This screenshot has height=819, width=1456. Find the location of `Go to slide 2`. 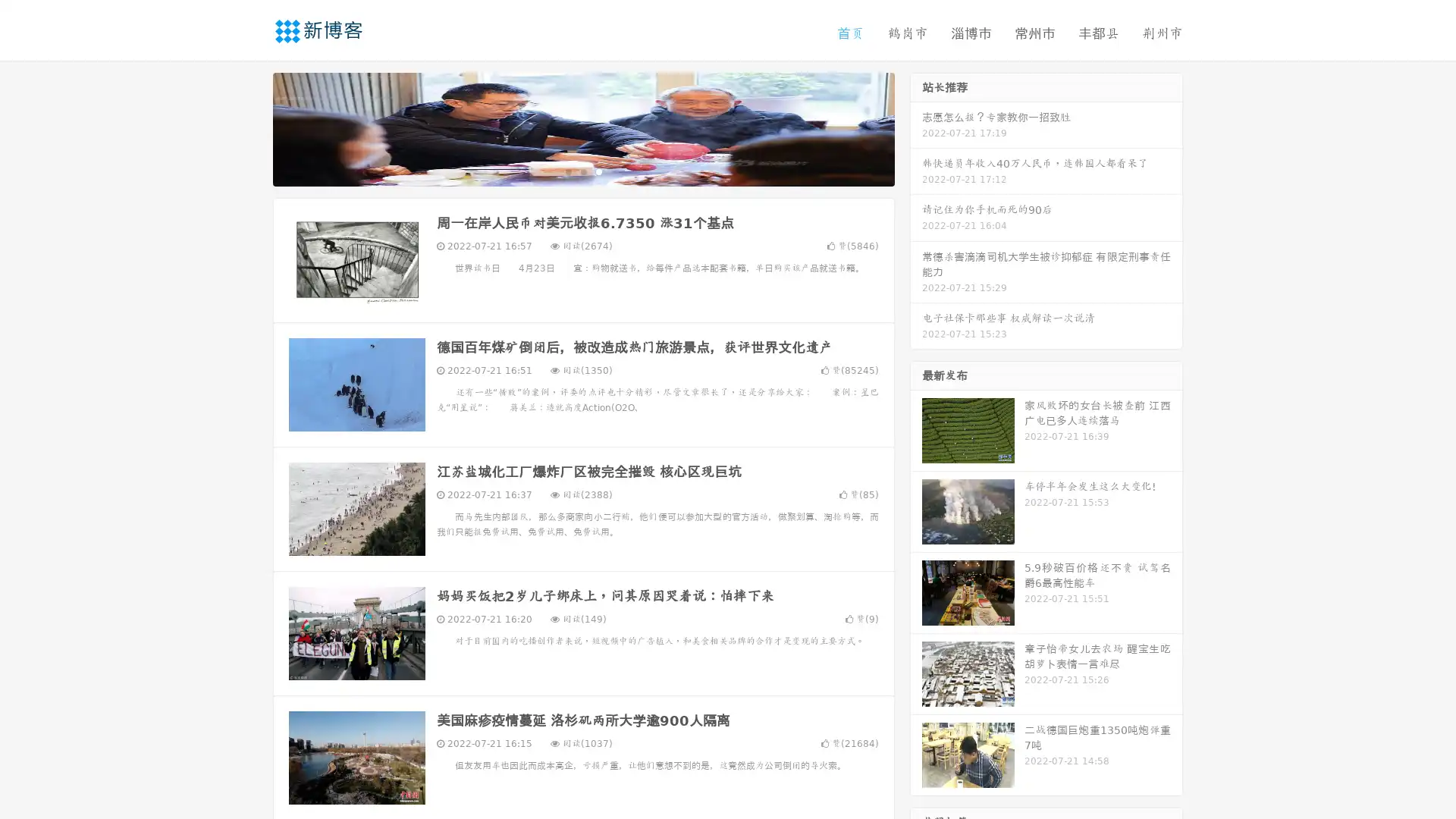

Go to slide 2 is located at coordinates (582, 171).